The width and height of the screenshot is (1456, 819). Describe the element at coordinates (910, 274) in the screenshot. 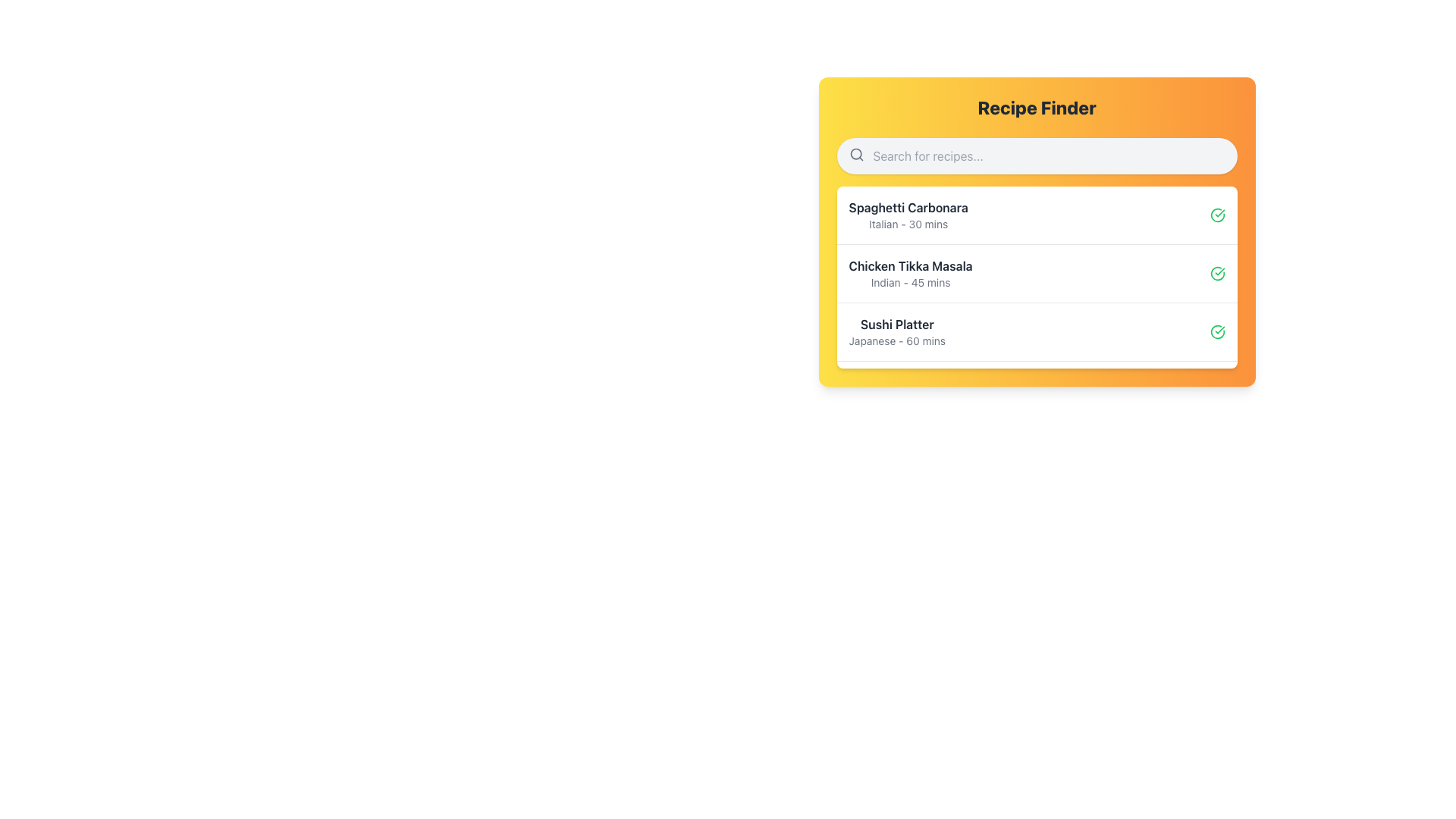

I see `on the 'Chicken Tikka Masala' text block located in the second row of the 'Recipe Finder' card` at that location.